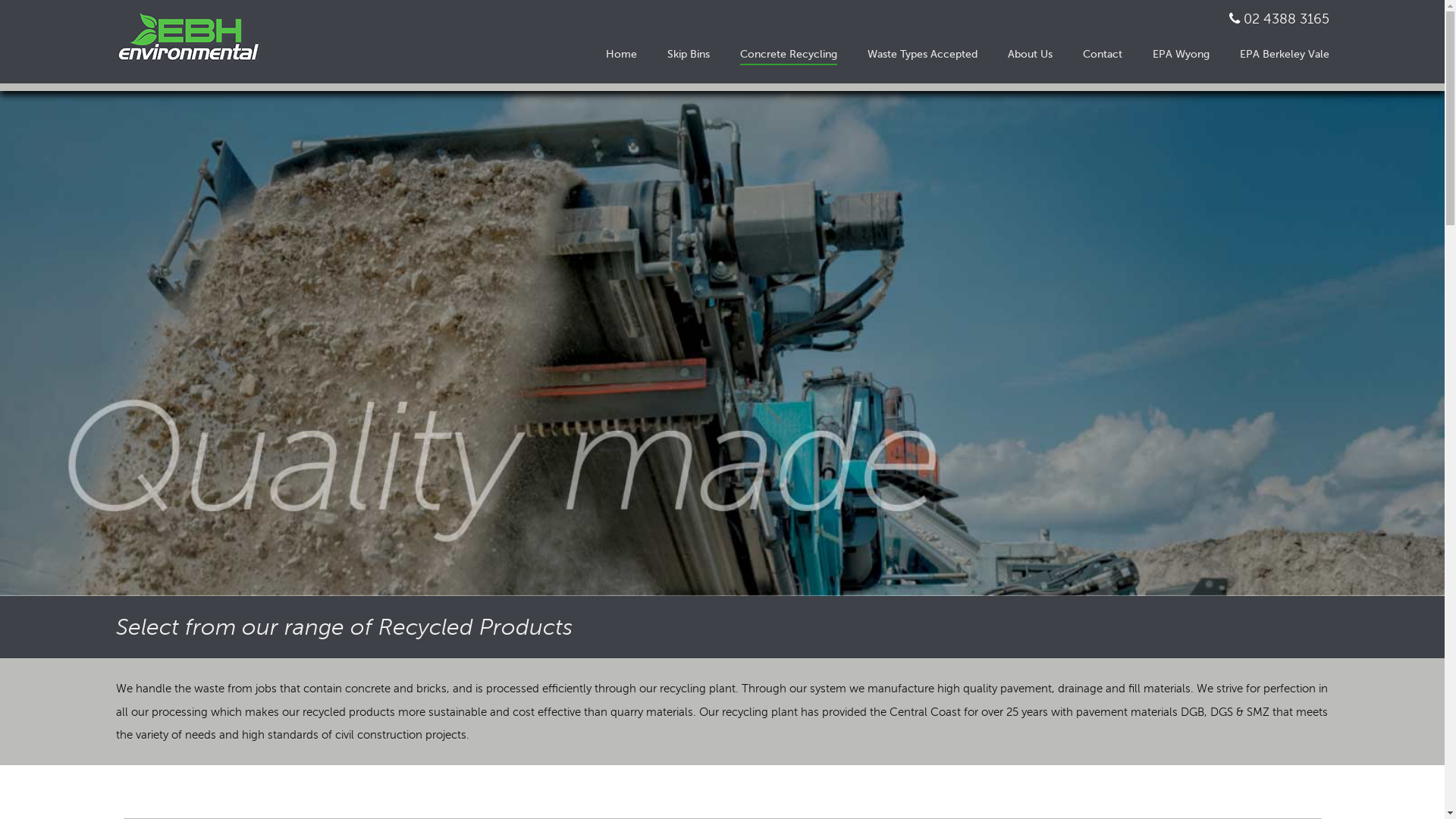  Describe the element at coordinates (1180, 53) in the screenshot. I see `'EPA Wyong'` at that location.